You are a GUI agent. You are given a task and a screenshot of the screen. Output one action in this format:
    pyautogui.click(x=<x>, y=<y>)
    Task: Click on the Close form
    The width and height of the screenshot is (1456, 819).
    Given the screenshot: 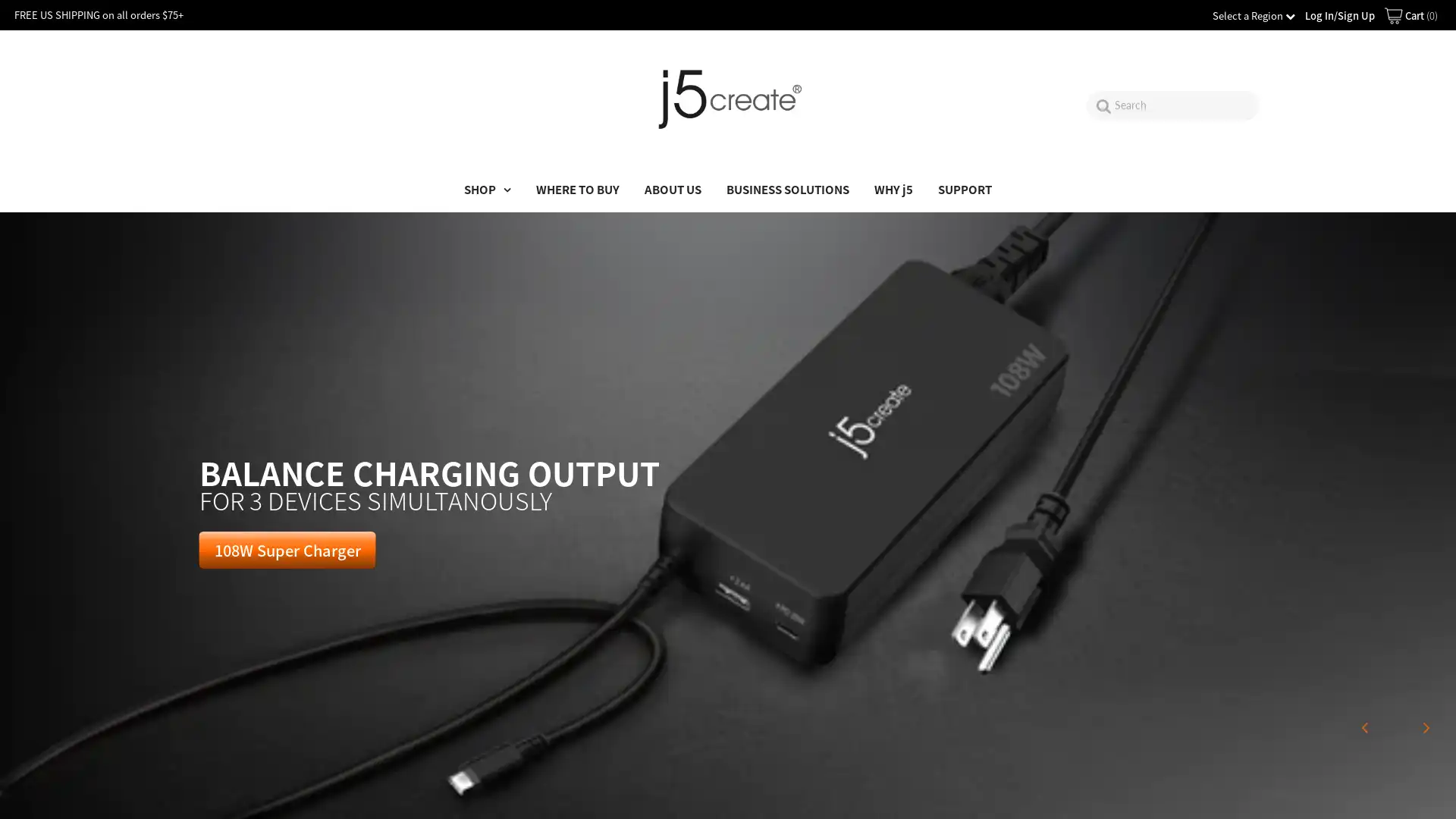 What is the action you would take?
    pyautogui.click(x=884, y=265)
    